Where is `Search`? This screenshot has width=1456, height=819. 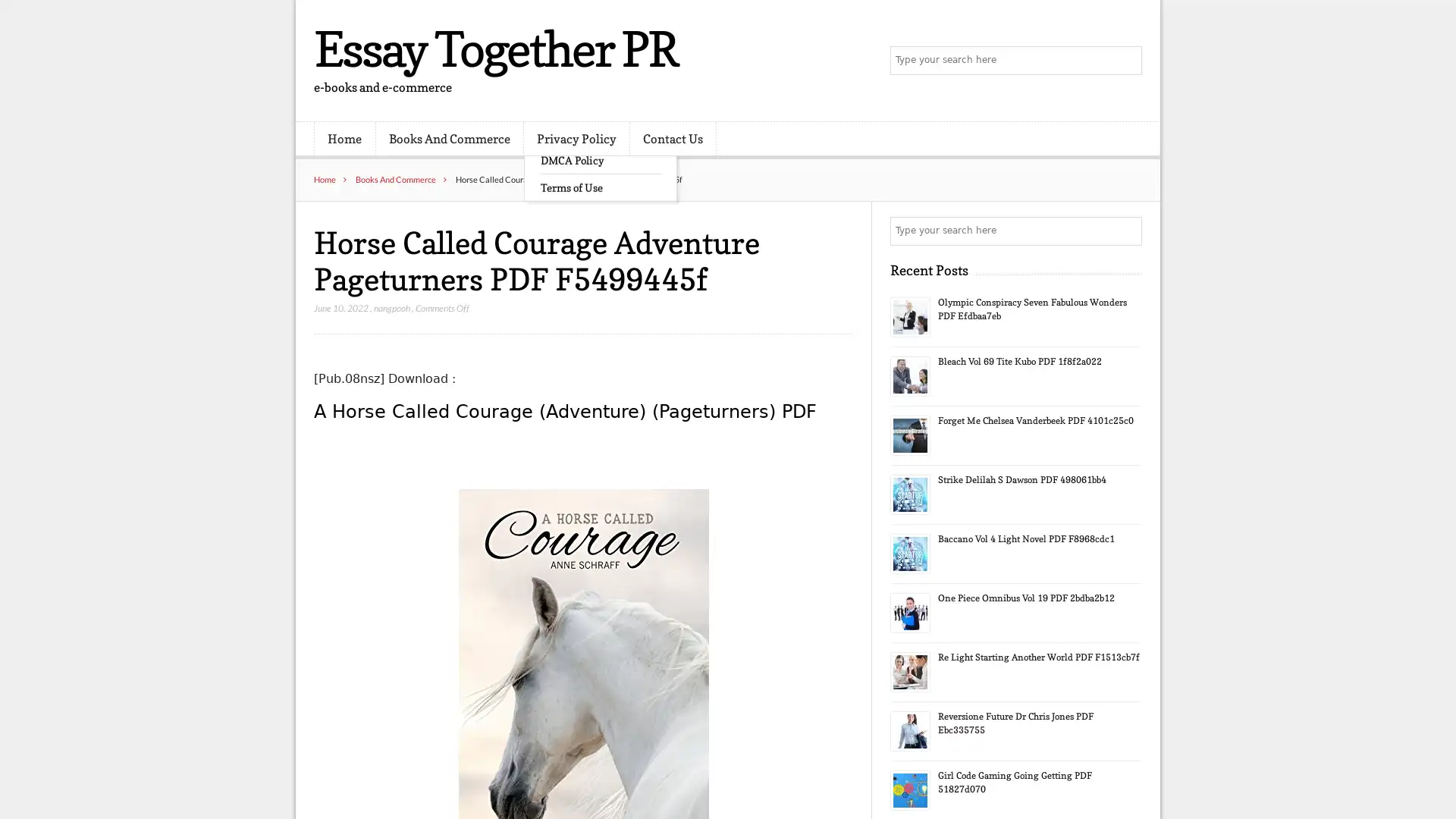
Search is located at coordinates (1126, 61).